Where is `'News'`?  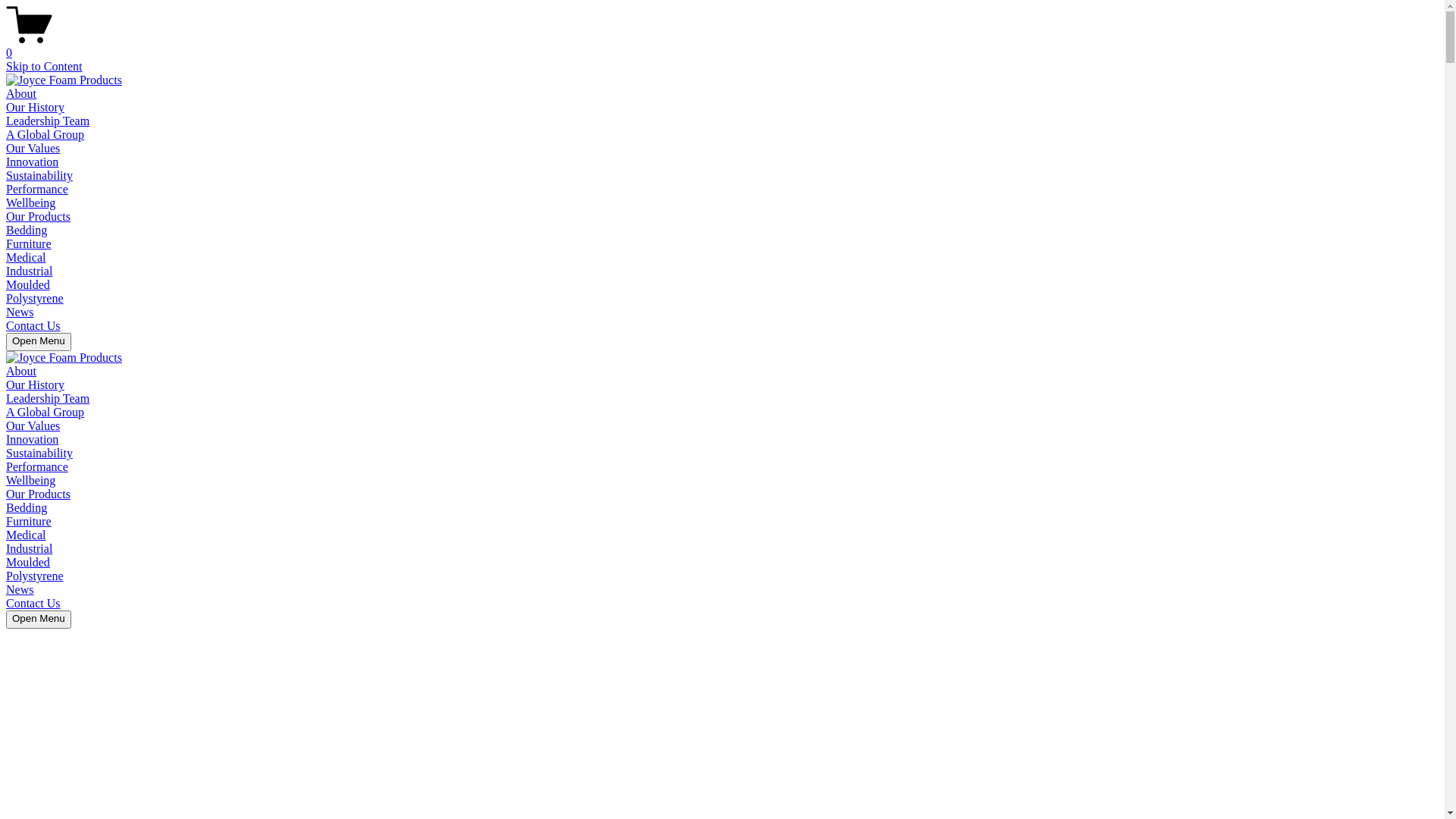
'News' is located at coordinates (19, 588).